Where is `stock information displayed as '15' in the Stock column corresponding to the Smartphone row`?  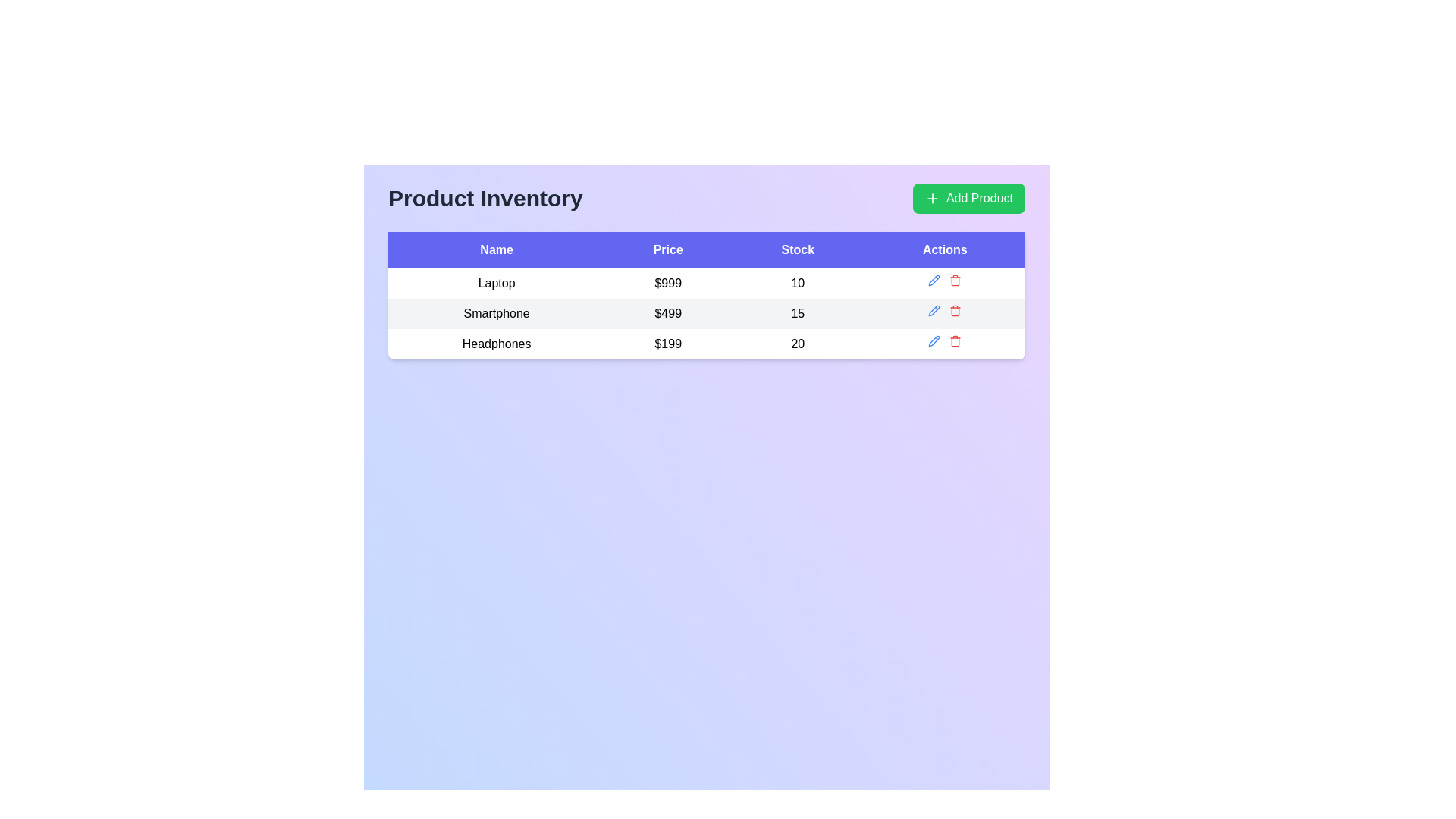 stock information displayed as '15' in the Stock column corresponding to the Smartphone row is located at coordinates (797, 312).